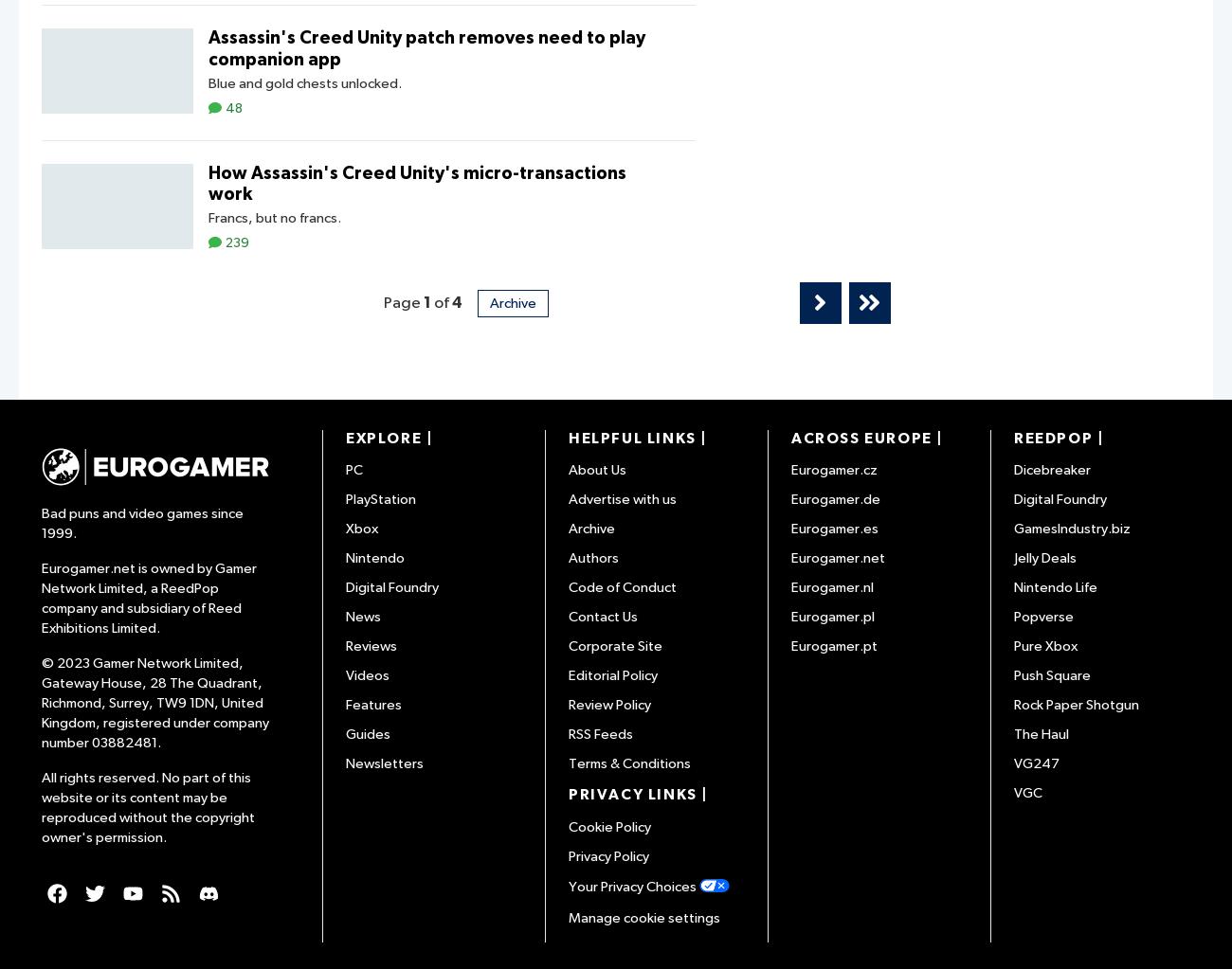 Image resolution: width=1232 pixels, height=969 pixels. What do you see at coordinates (380, 498) in the screenshot?
I see `'PlayStation'` at bounding box center [380, 498].